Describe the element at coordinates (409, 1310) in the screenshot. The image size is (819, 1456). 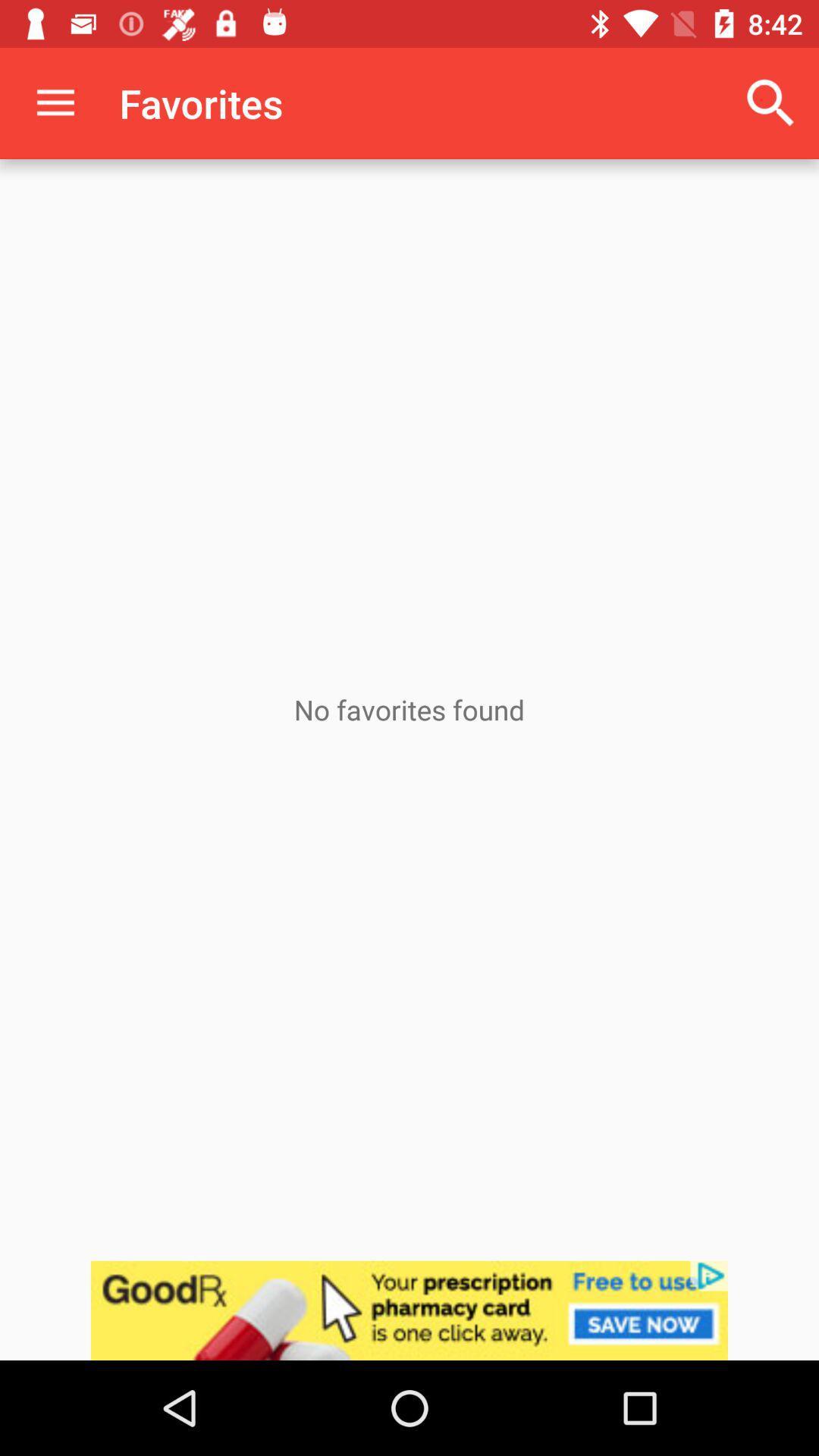
I see `another site` at that location.